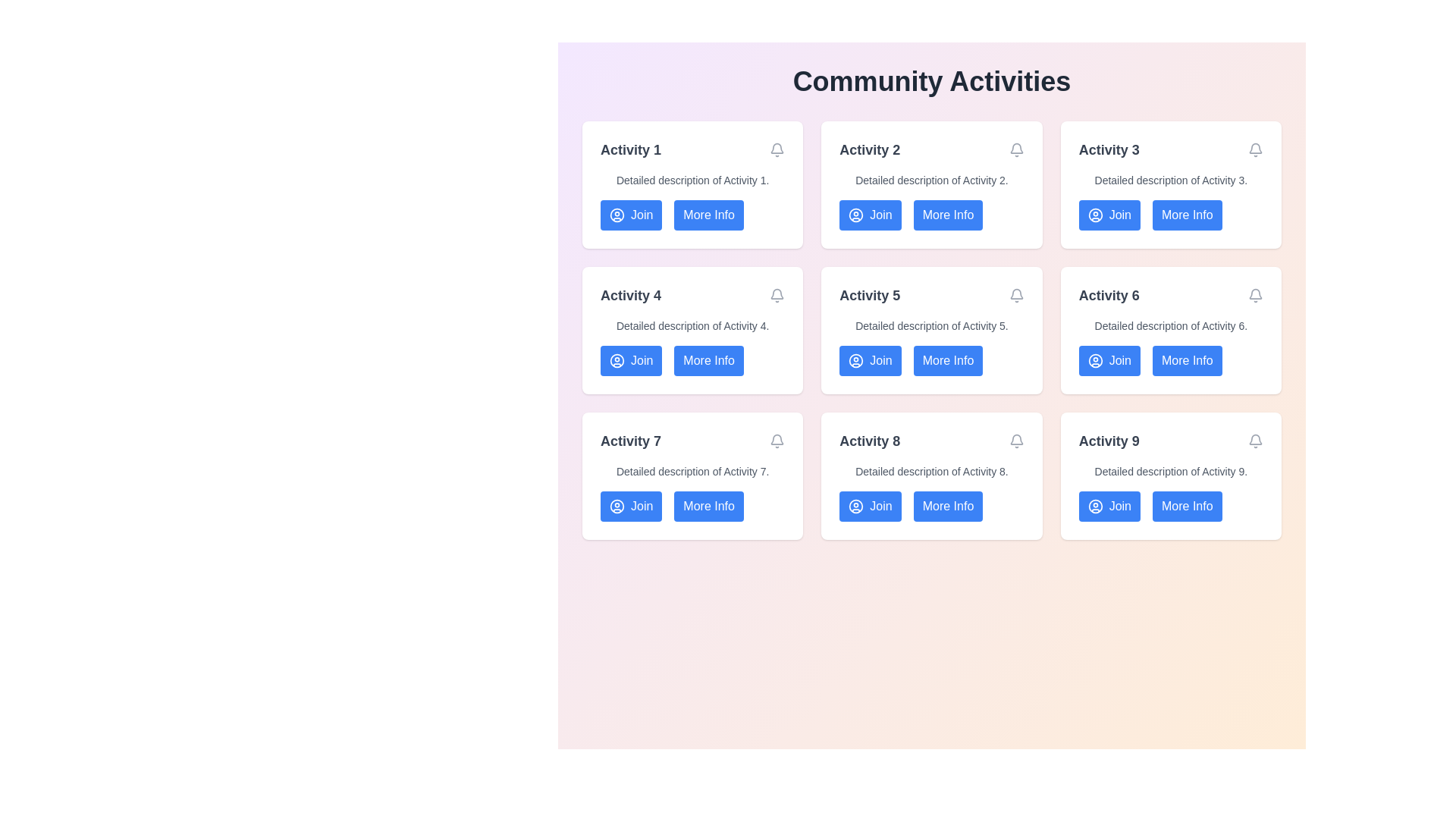 This screenshot has width=1456, height=819. Describe the element at coordinates (1016, 441) in the screenshot. I see `the gray outlined bell icon adjacent to the label for 'Activity 8'` at that location.